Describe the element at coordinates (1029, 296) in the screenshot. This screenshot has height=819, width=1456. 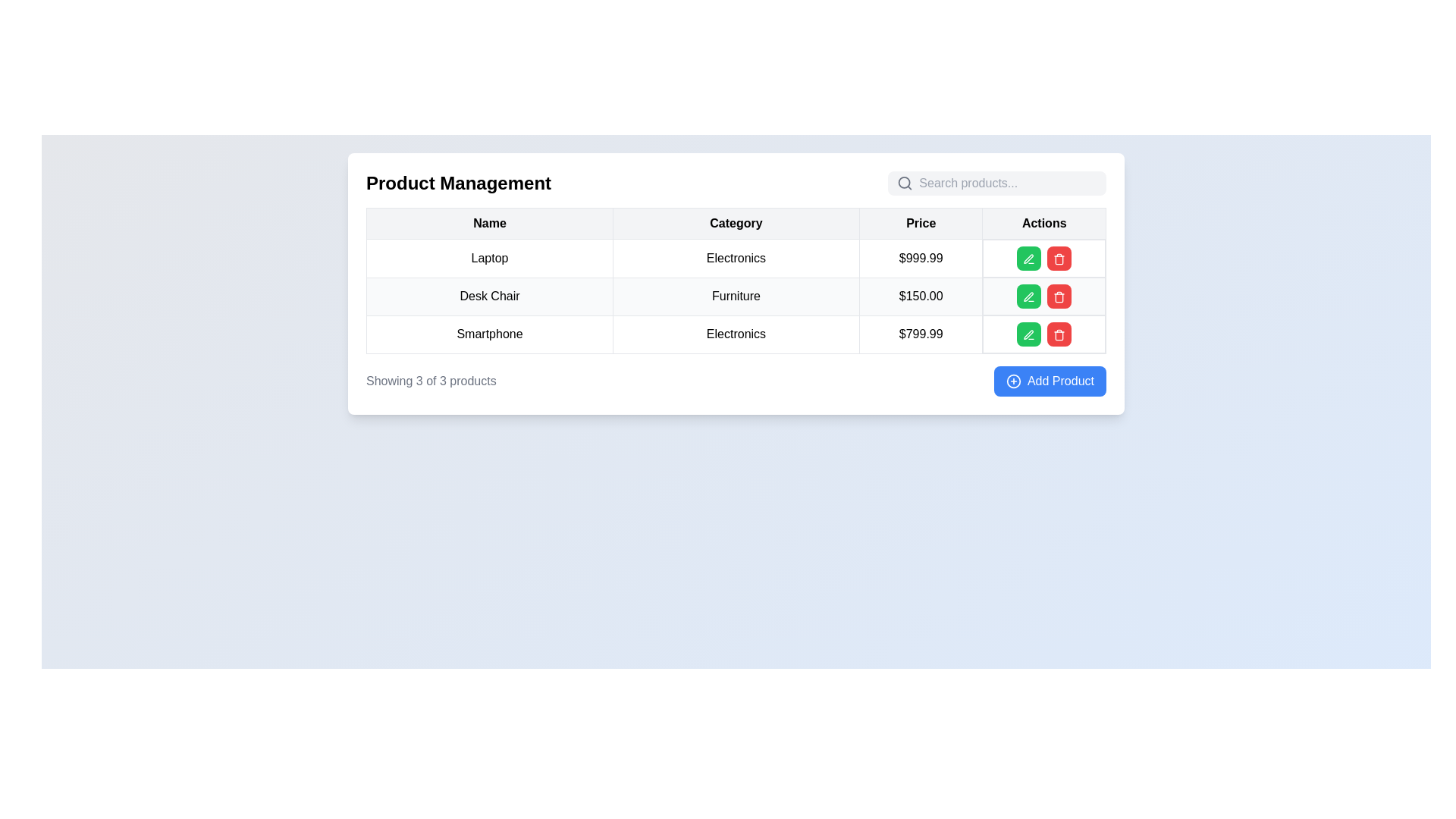
I see `the leftmost button in the third row of the 'Actions' column in the table` at that location.